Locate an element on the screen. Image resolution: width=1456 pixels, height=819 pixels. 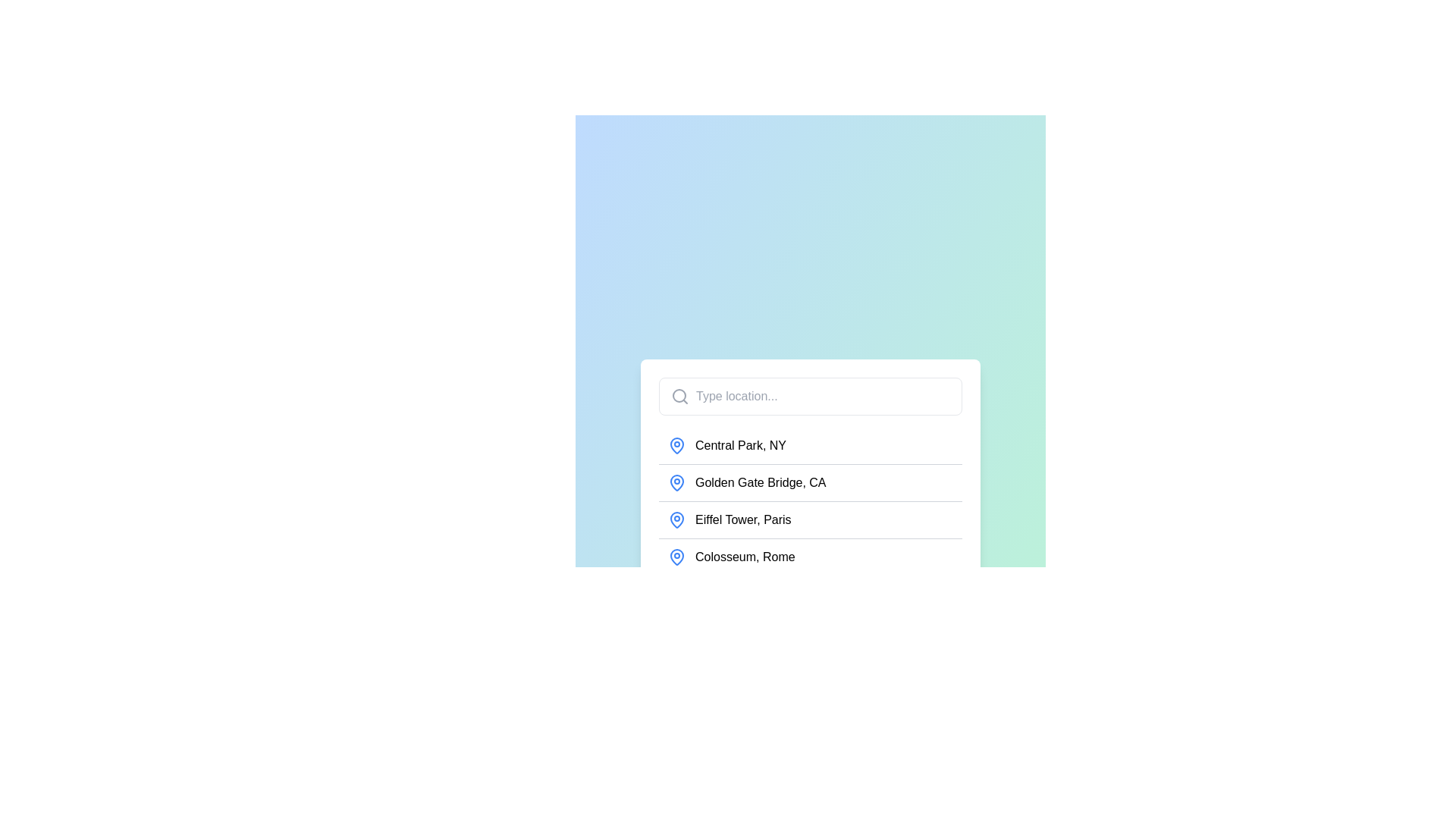
the text element displaying 'Golden Gate Bridge, CA' within the interactive list of location options in the dropdown menu is located at coordinates (761, 482).